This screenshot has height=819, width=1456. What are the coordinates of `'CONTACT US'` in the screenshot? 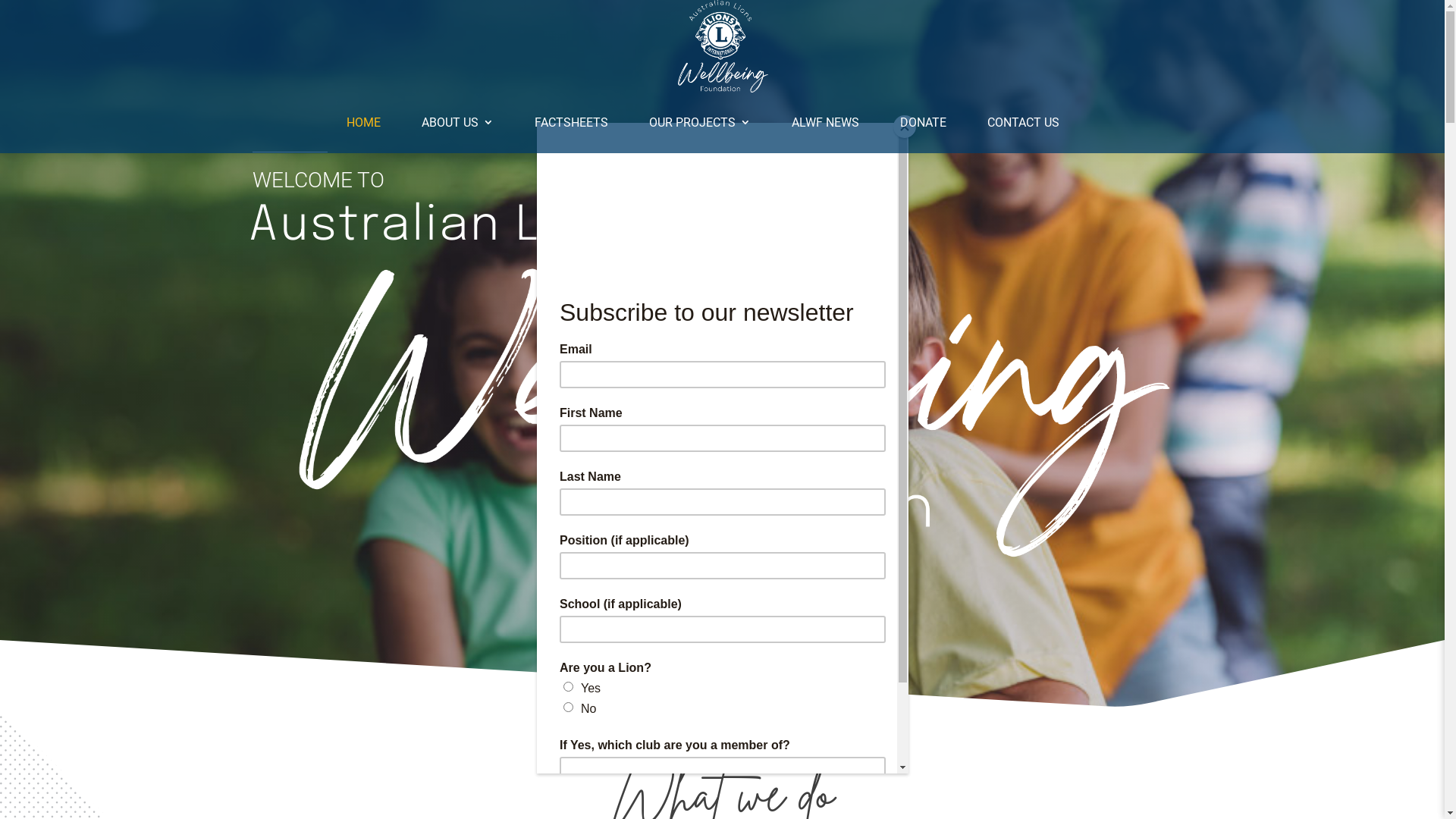 It's located at (987, 122).